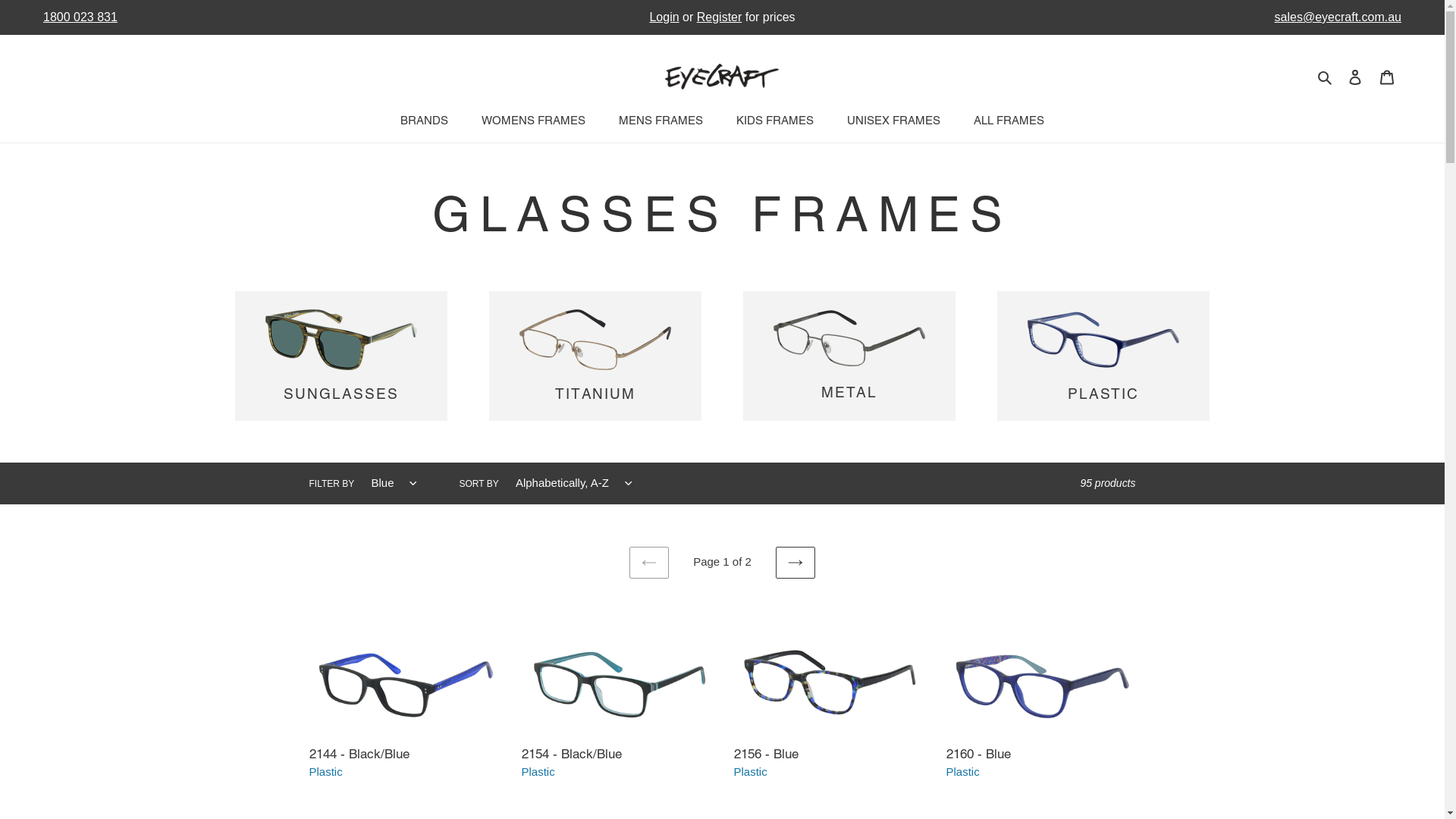 This screenshot has height=819, width=1456. I want to click on 'UNISEX FRAMES', so click(893, 121).